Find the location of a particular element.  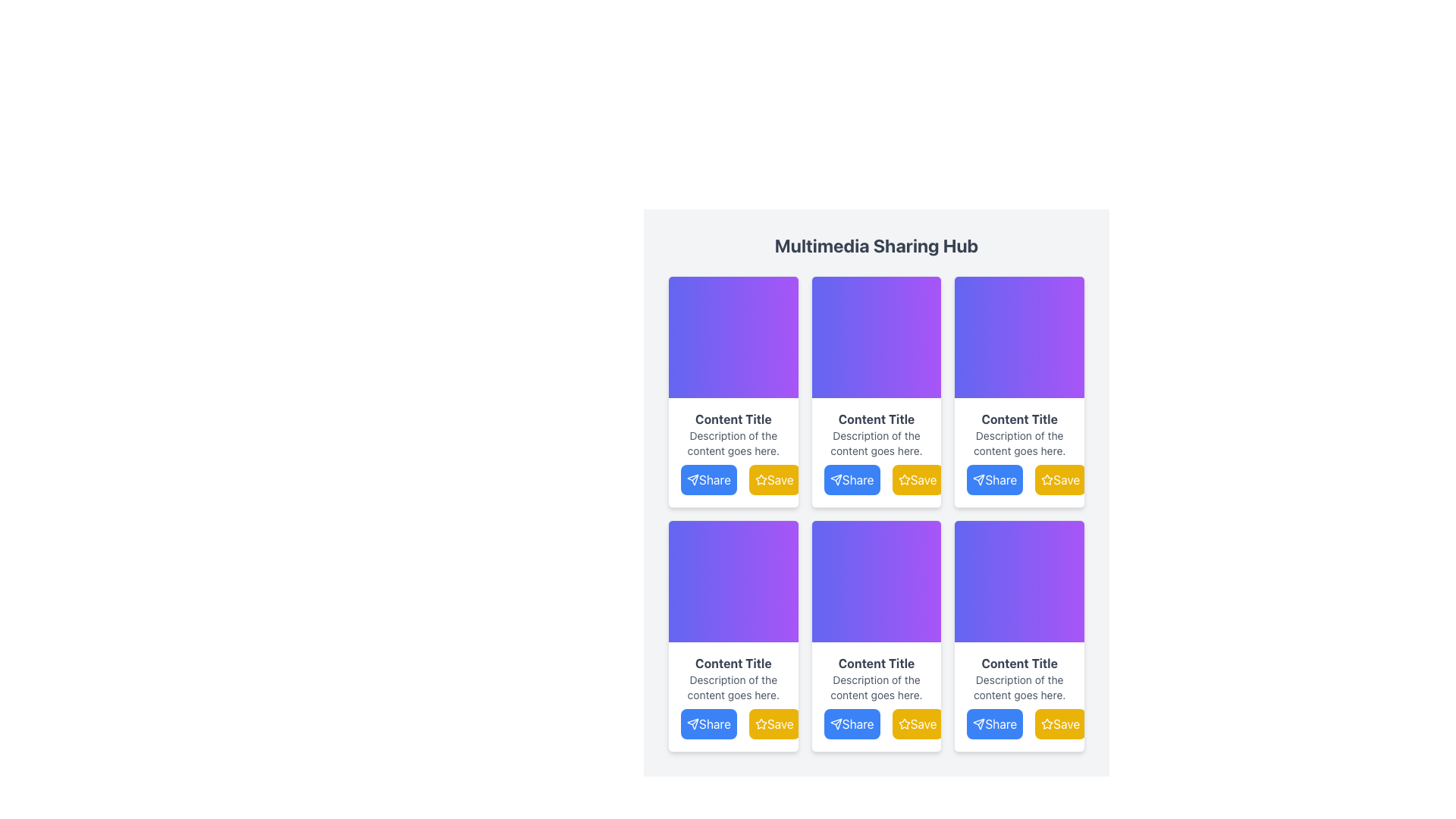

the Decorative section with a gradient background located in the top rectangular section of the third card in the first row, above the 'Content Title' is located at coordinates (1019, 336).